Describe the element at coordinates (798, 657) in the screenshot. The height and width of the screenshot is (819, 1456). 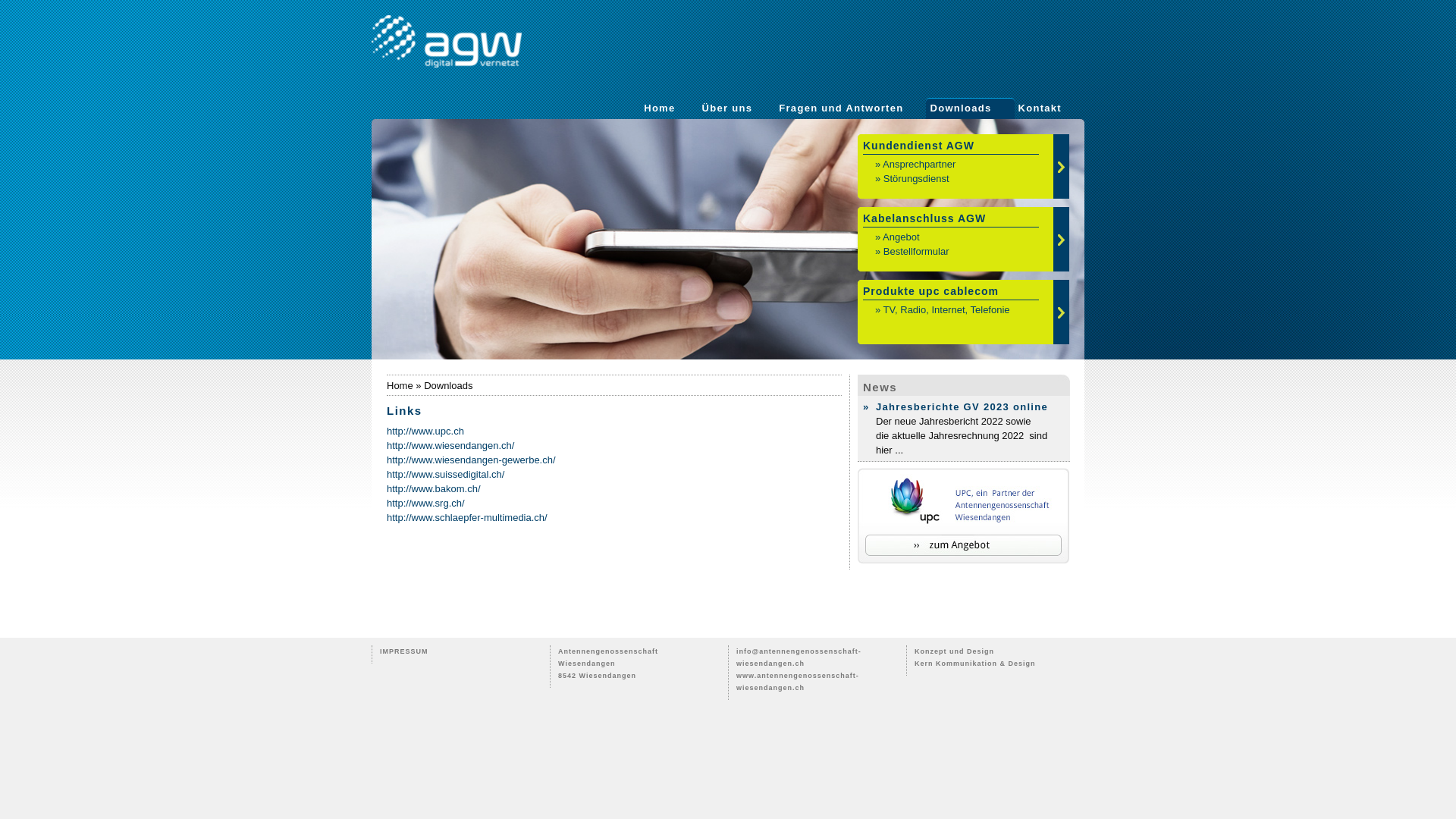
I see `'info@antennengenossenschaft-wiesendangen.ch'` at that location.